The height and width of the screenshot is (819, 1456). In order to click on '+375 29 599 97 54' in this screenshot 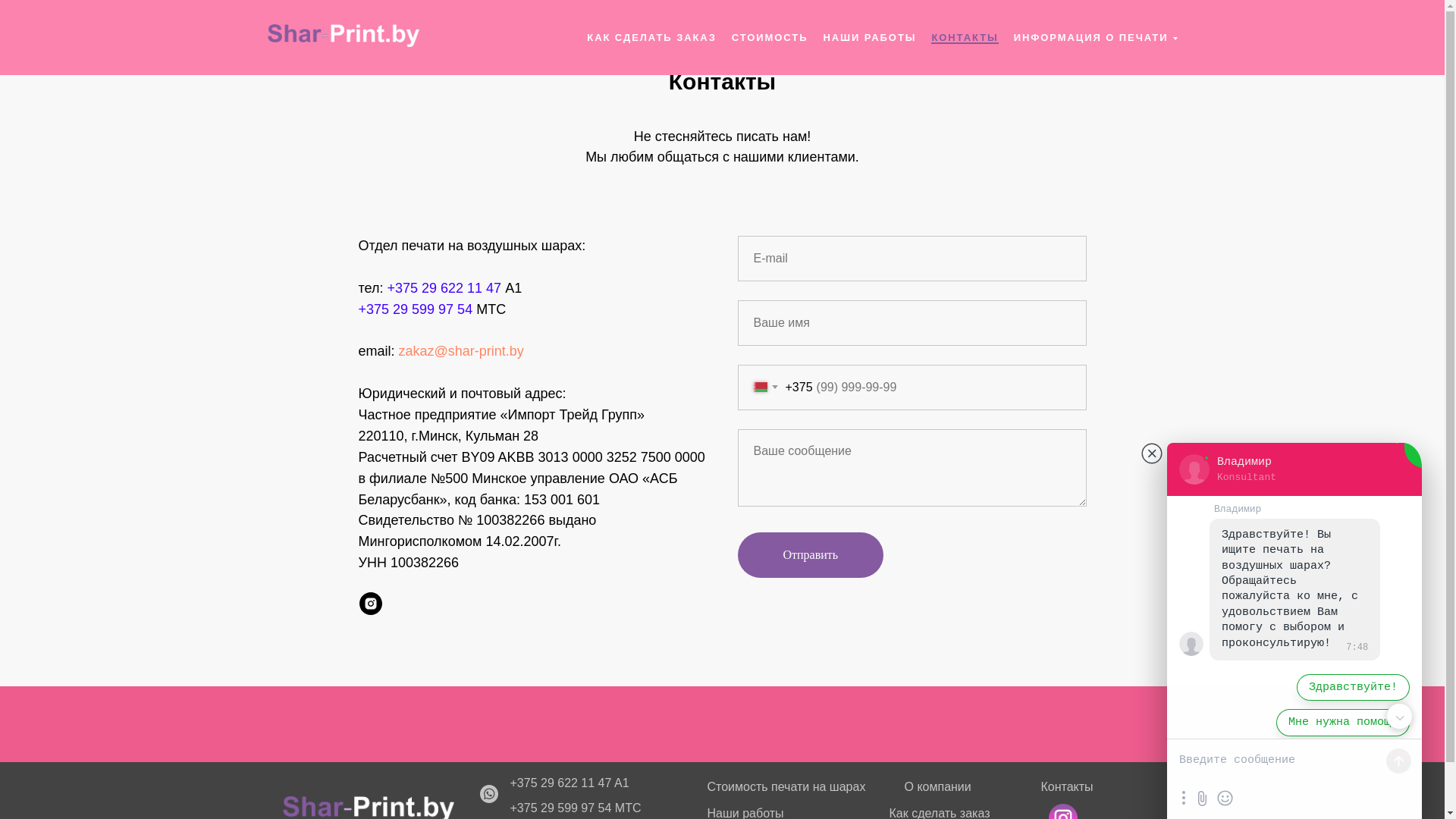, I will do `click(356, 309)`.